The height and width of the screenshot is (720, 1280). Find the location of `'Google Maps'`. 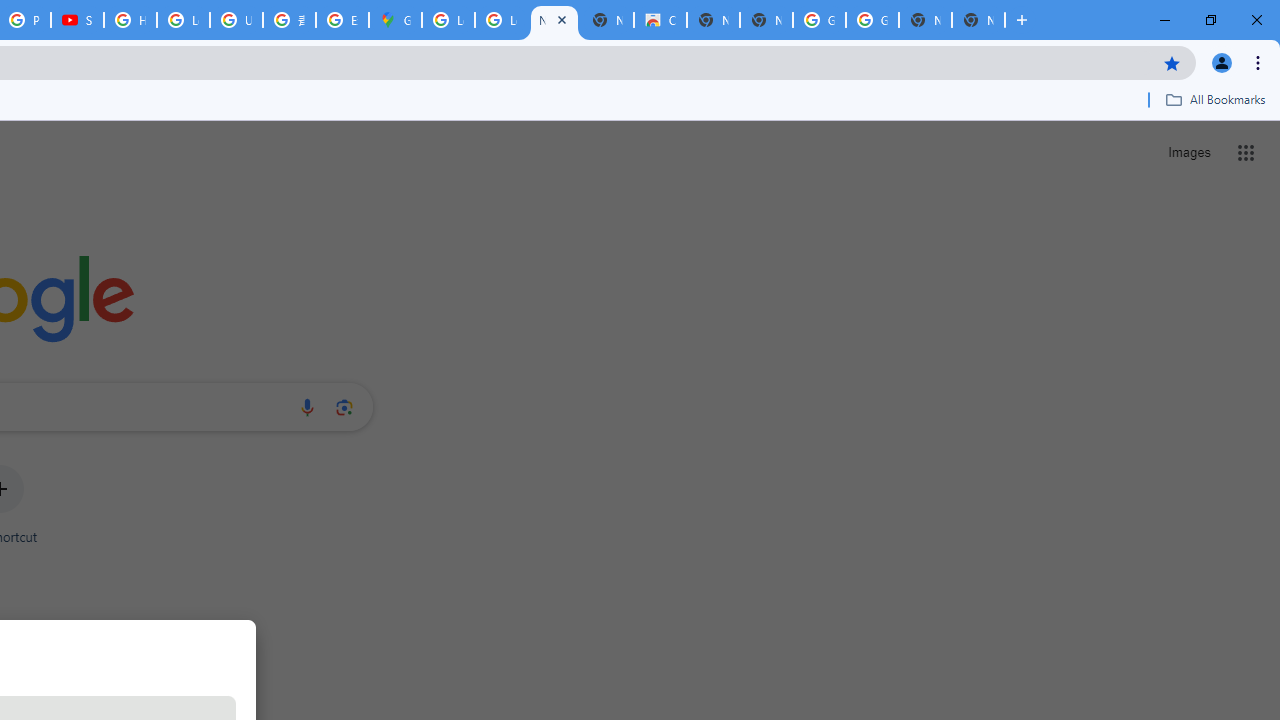

'Google Maps' is located at coordinates (395, 20).